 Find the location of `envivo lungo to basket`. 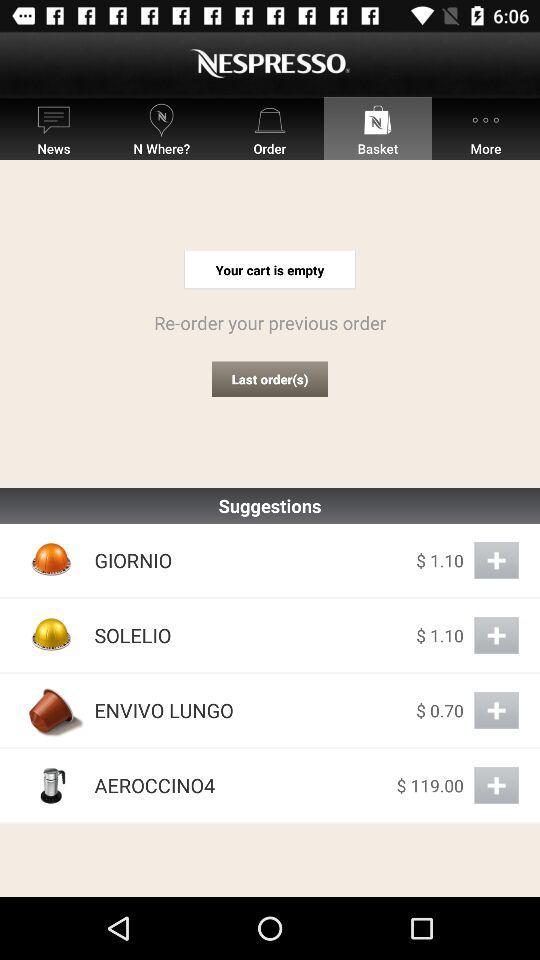

envivo lungo to basket is located at coordinates (495, 710).